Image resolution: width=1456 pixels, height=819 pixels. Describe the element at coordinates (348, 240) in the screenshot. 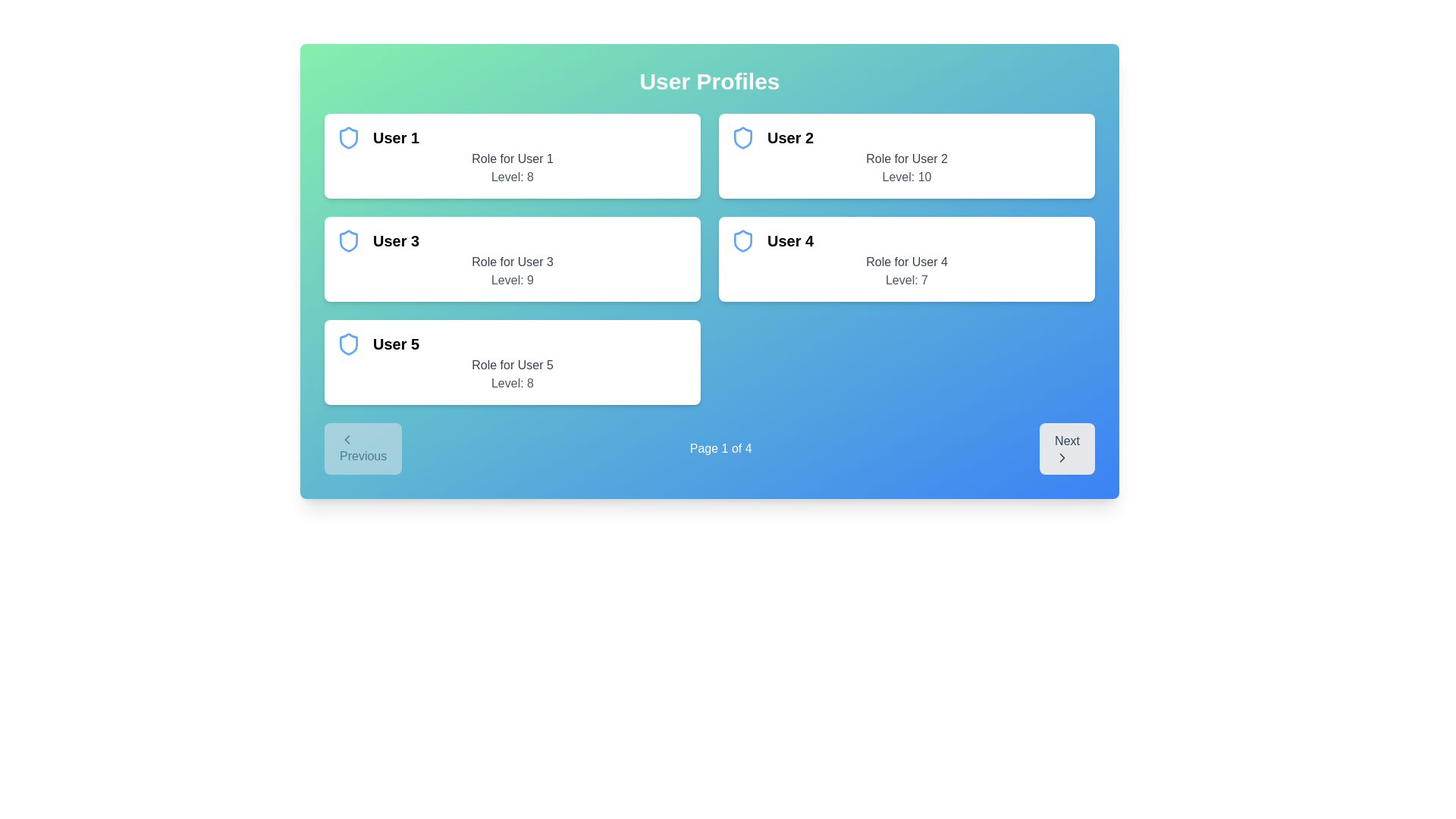

I see `the shield icon graphic located at the top-left corner of the user profile area for 'User 3', adjacent to the username text` at that location.